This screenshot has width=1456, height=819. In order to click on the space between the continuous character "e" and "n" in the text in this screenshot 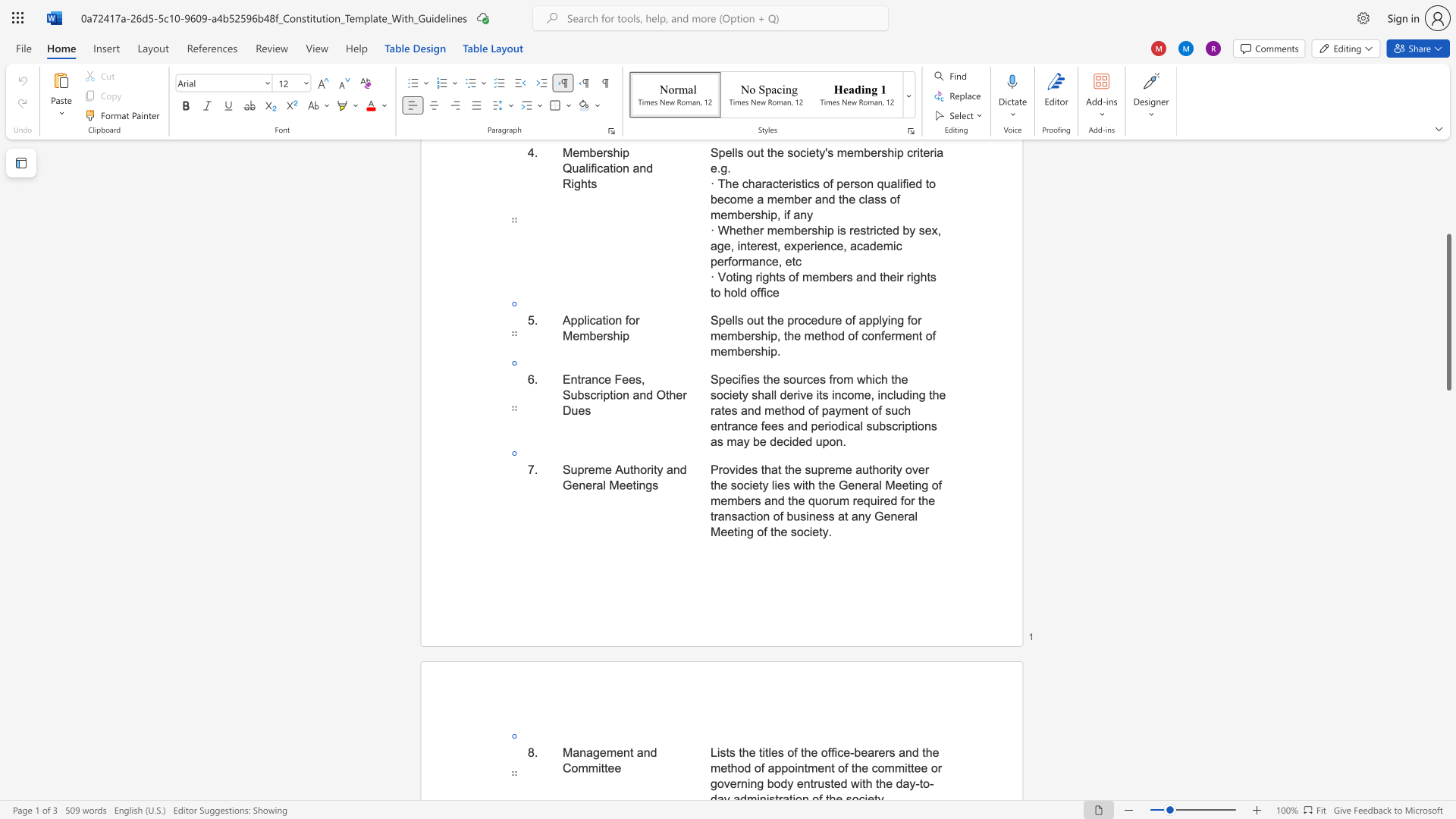, I will do `click(855, 485)`.